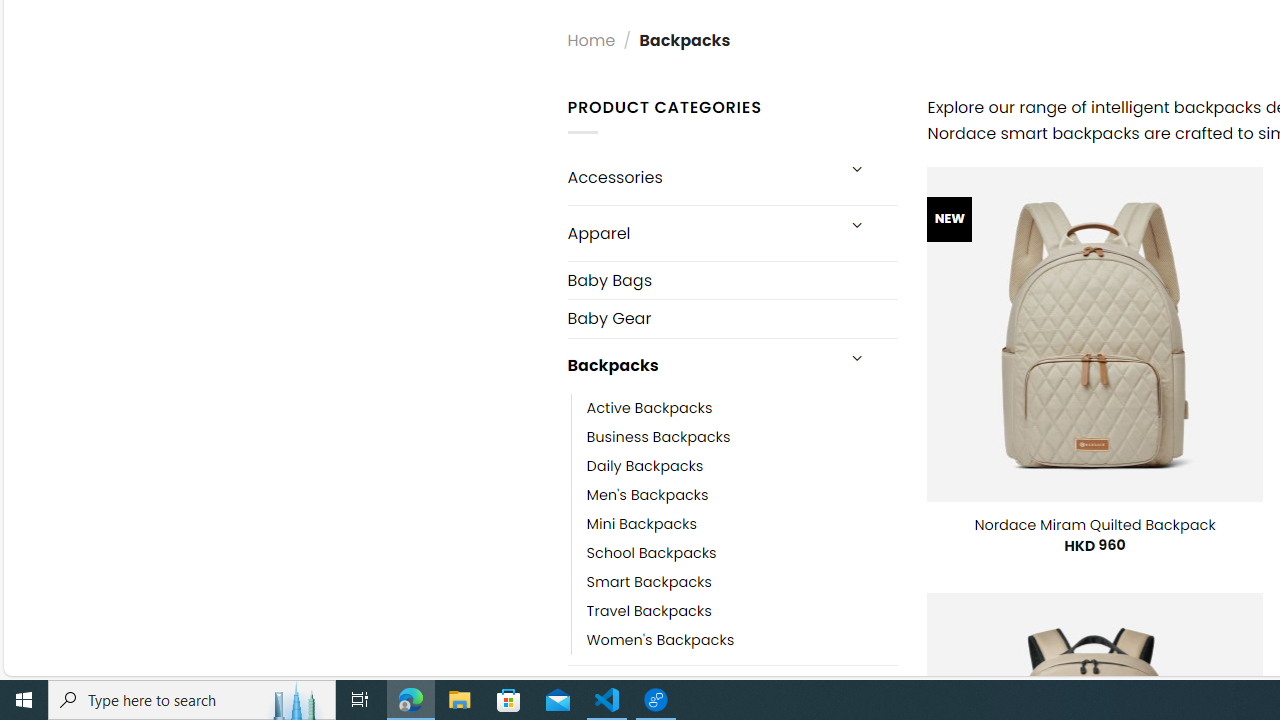 The height and width of the screenshot is (720, 1280). Describe the element at coordinates (700, 232) in the screenshot. I see `'Apparel'` at that location.